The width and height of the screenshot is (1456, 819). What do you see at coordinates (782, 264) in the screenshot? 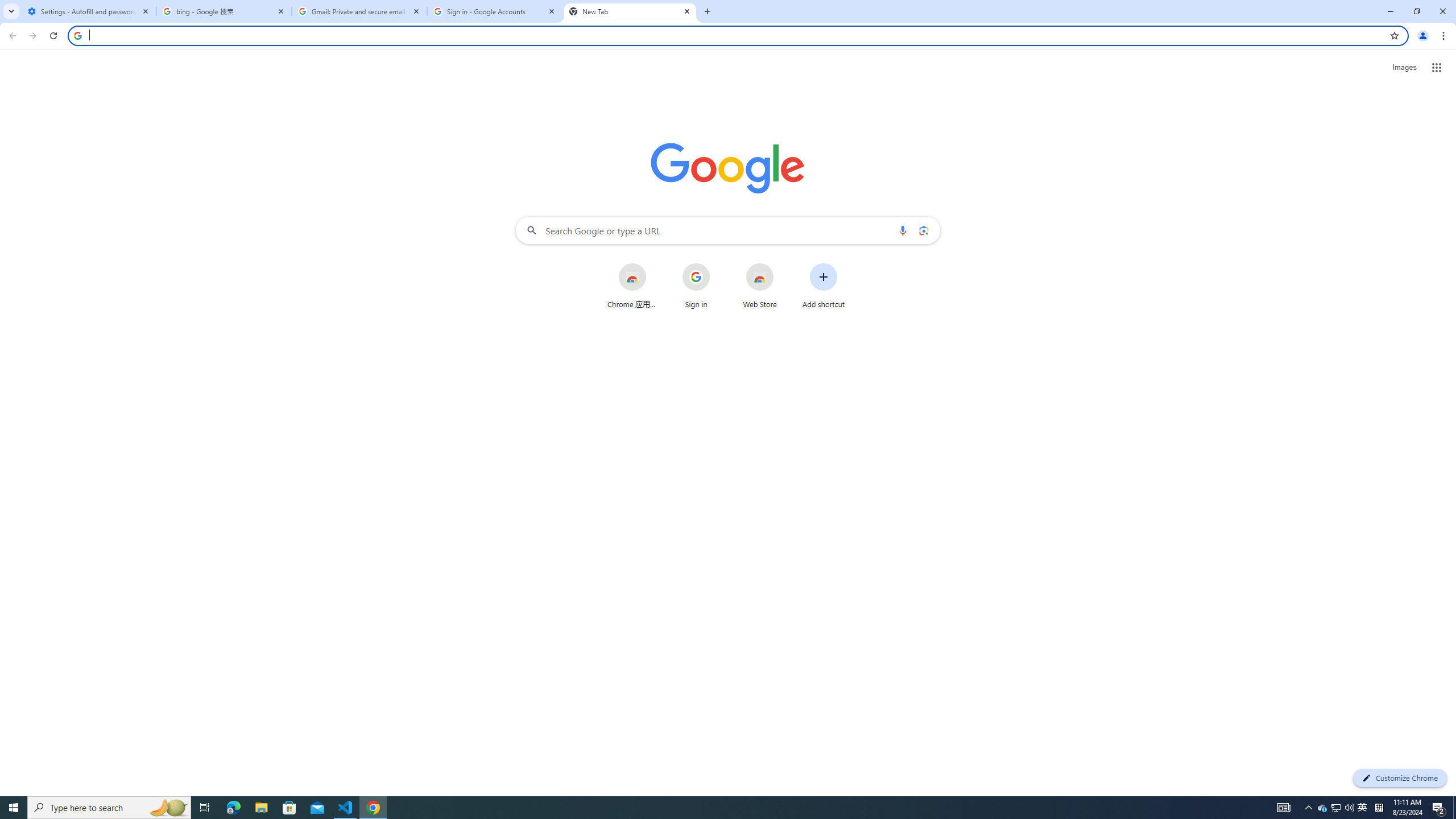
I see `'More actions for Web Store shortcut'` at bounding box center [782, 264].